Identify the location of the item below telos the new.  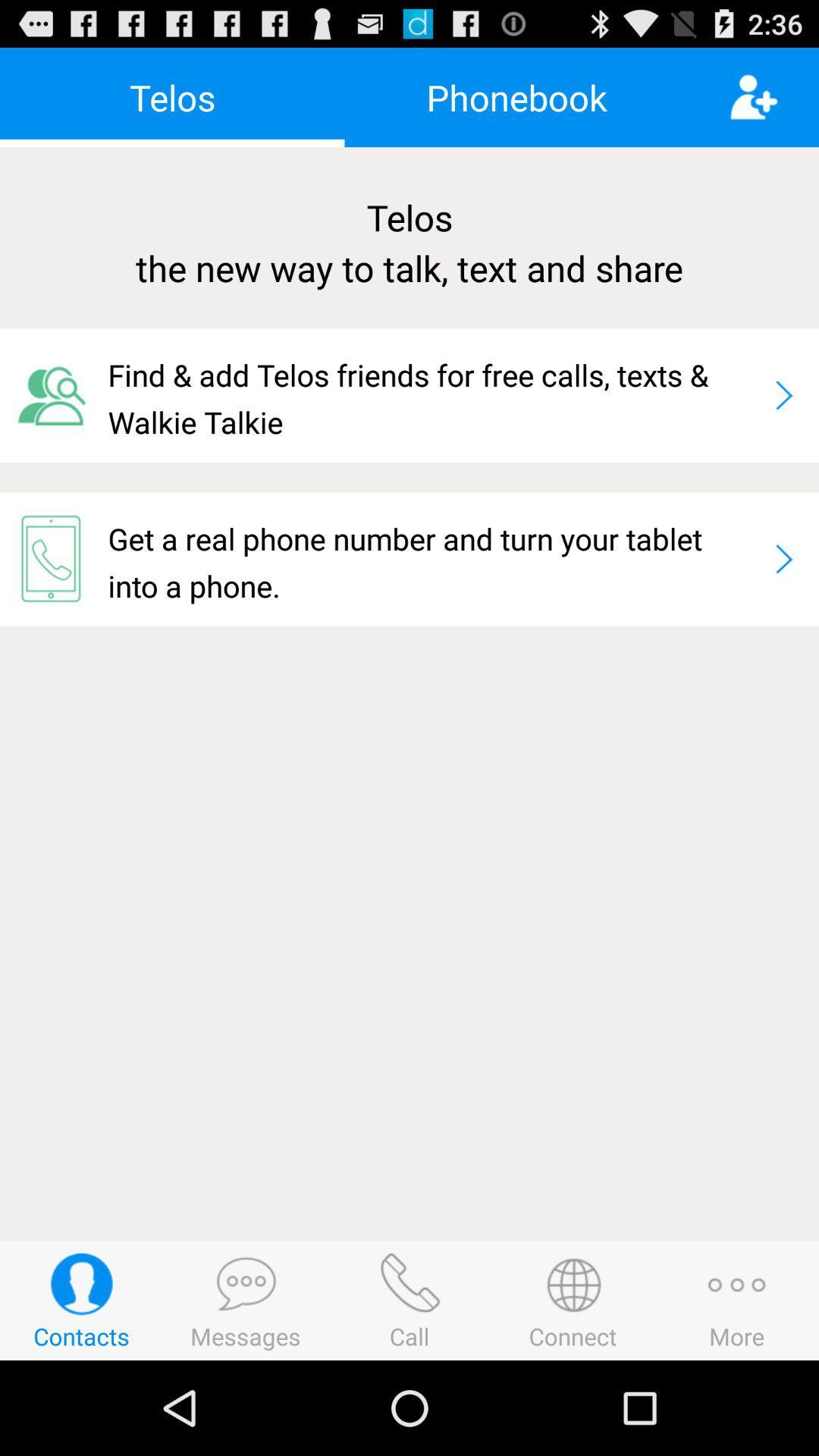
(433, 395).